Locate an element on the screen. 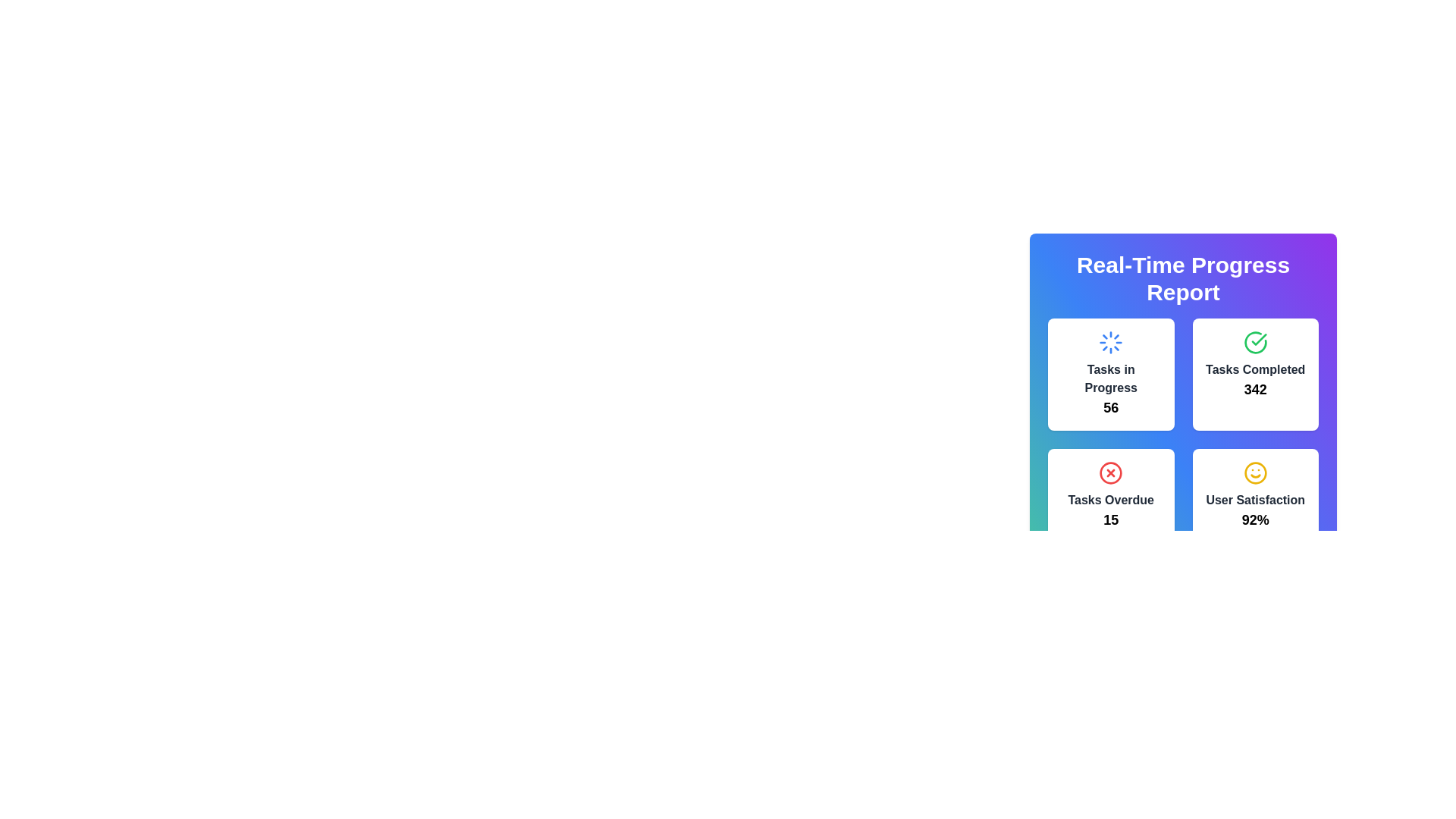  the Informational panel displaying the count of overdue tasks is located at coordinates (1111, 496).